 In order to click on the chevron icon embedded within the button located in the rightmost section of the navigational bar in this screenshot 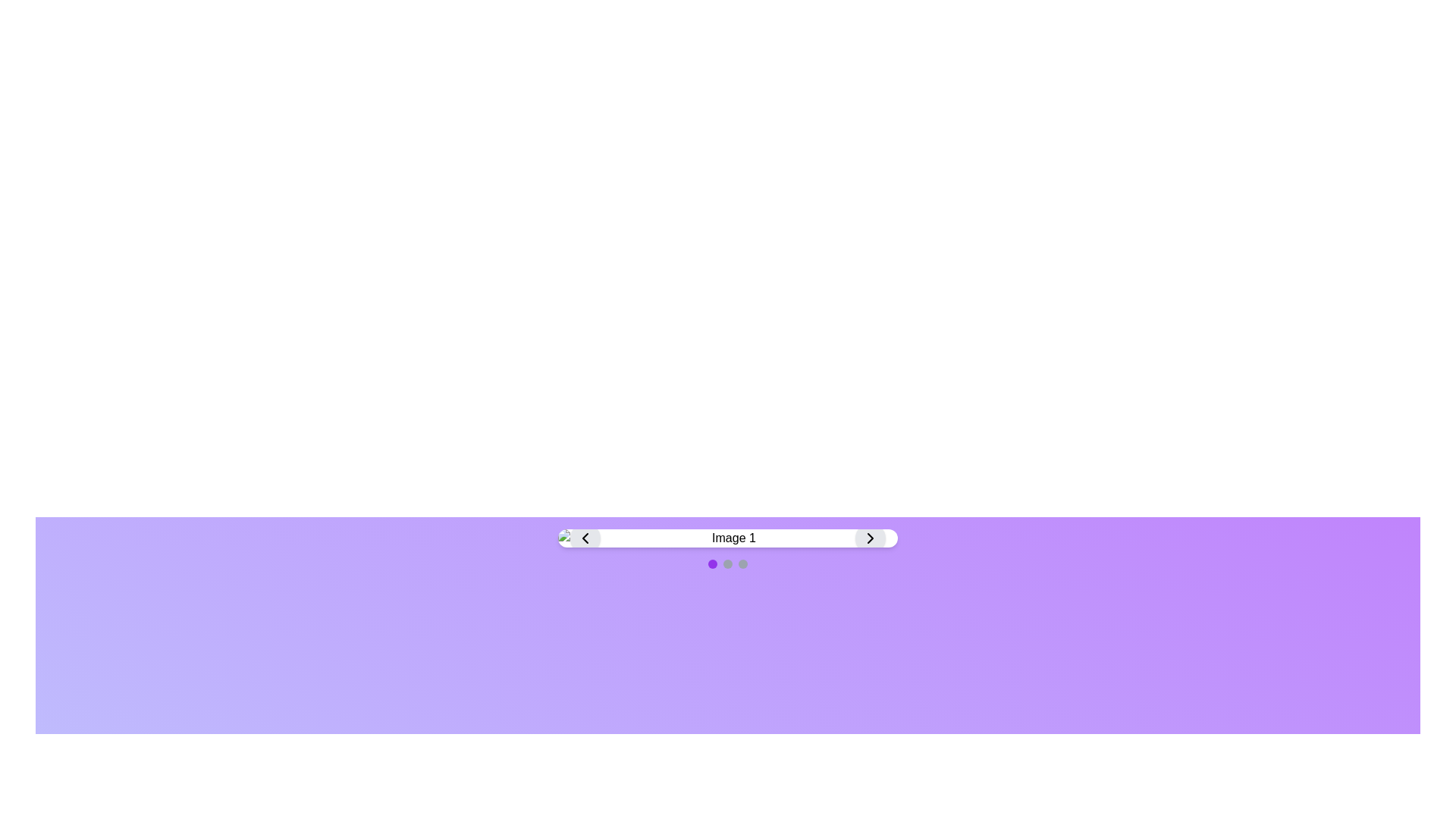, I will do `click(870, 537)`.